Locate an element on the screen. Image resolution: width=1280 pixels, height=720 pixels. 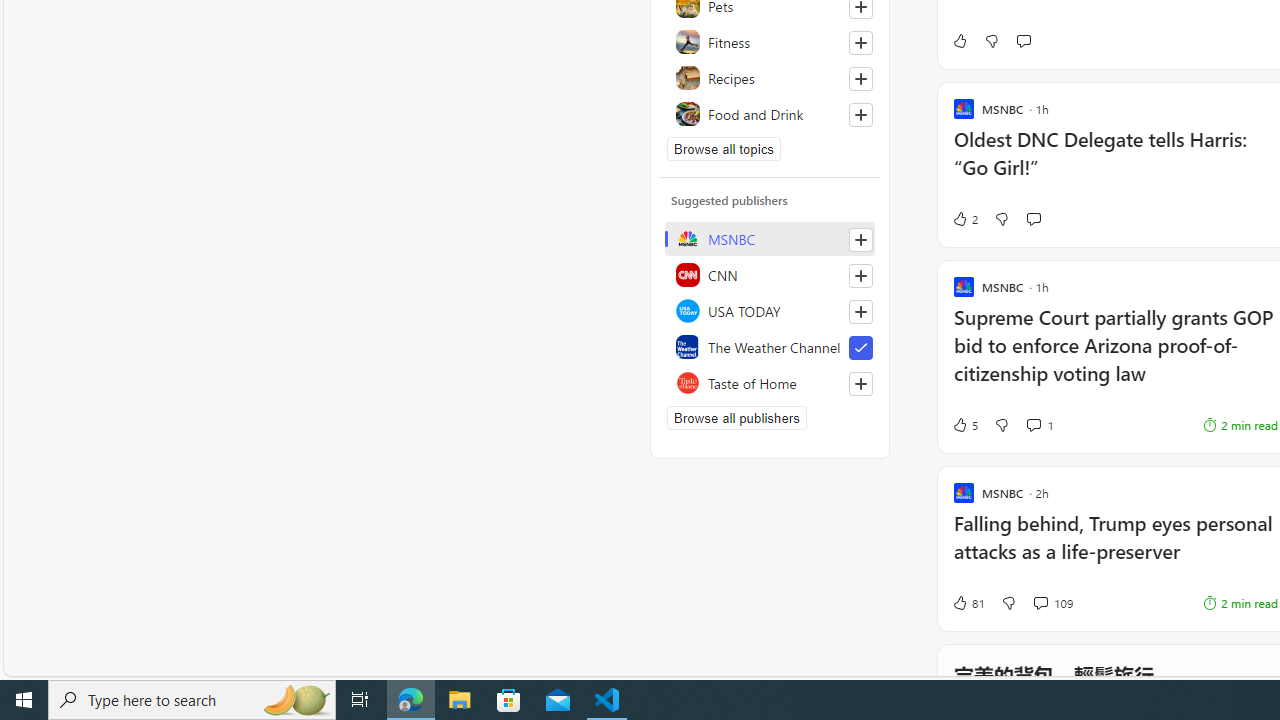
'View comments 1 Comment' is located at coordinates (1040, 424).